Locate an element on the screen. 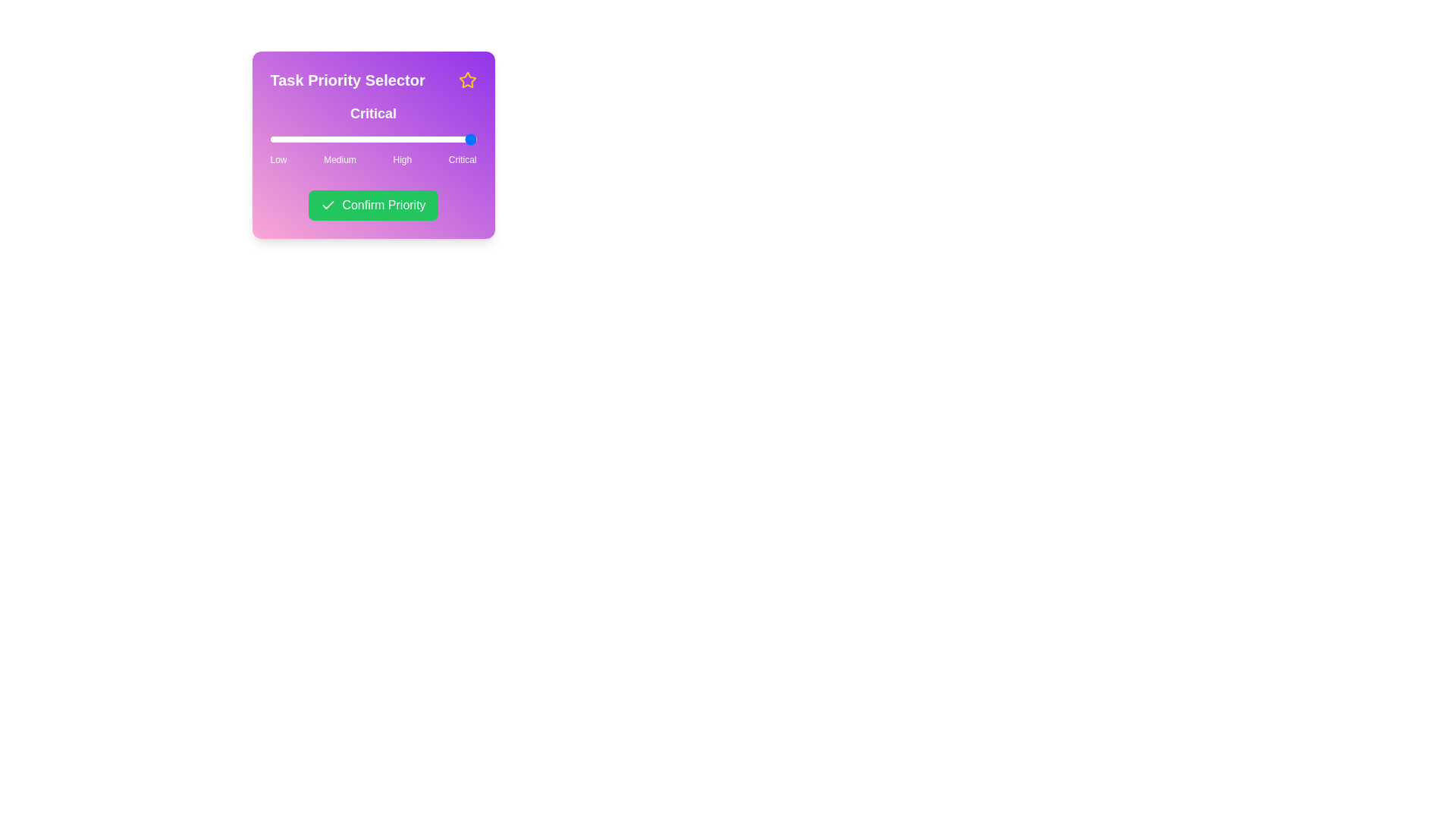 The image size is (1456, 819). the 'High' priority level text label in the task priority selector interface, which is the third element in a sequence of four priority indicators is located at coordinates (402, 160).